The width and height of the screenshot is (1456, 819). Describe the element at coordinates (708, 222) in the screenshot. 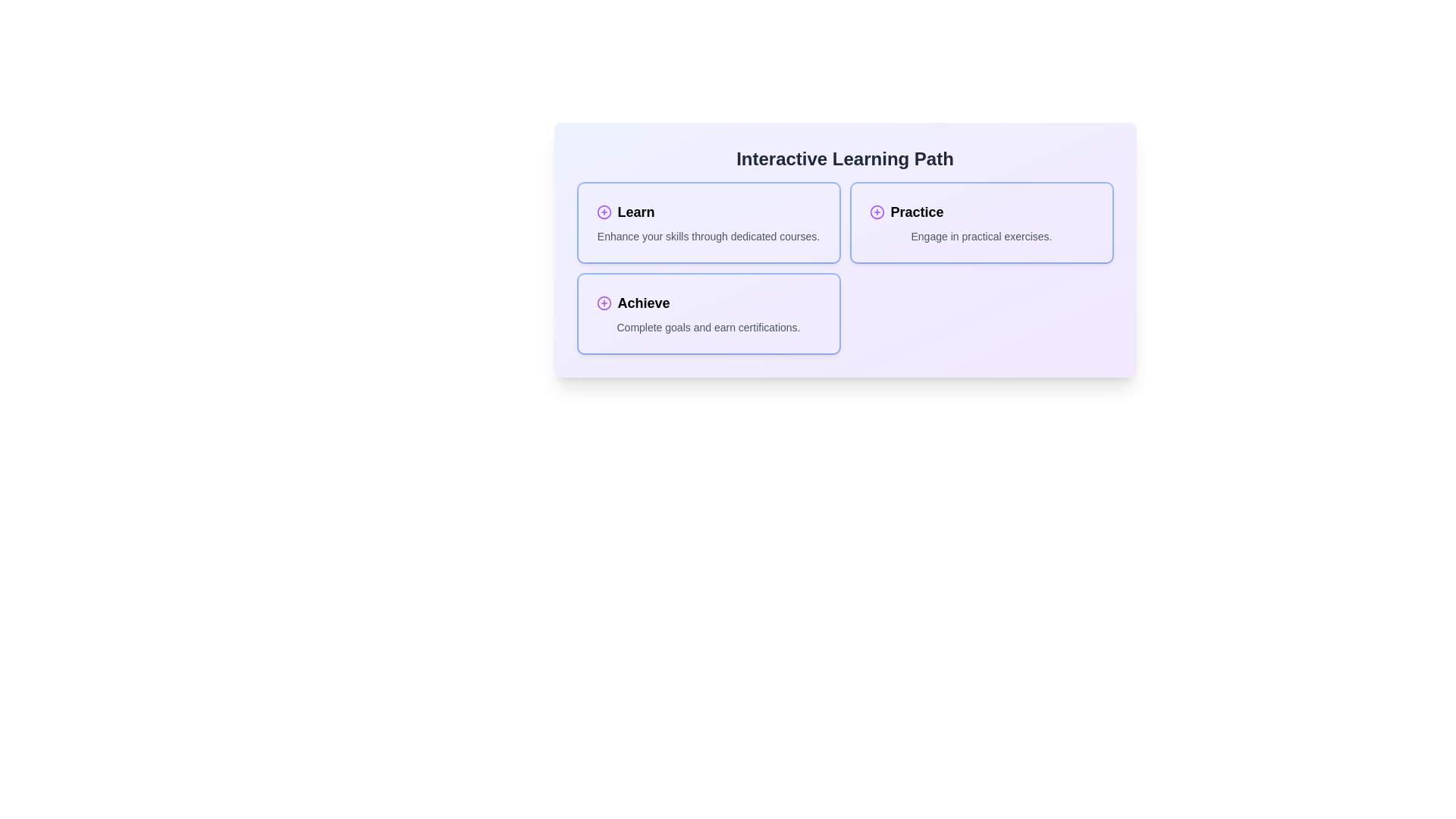

I see `the first card in the grid layout` at that location.